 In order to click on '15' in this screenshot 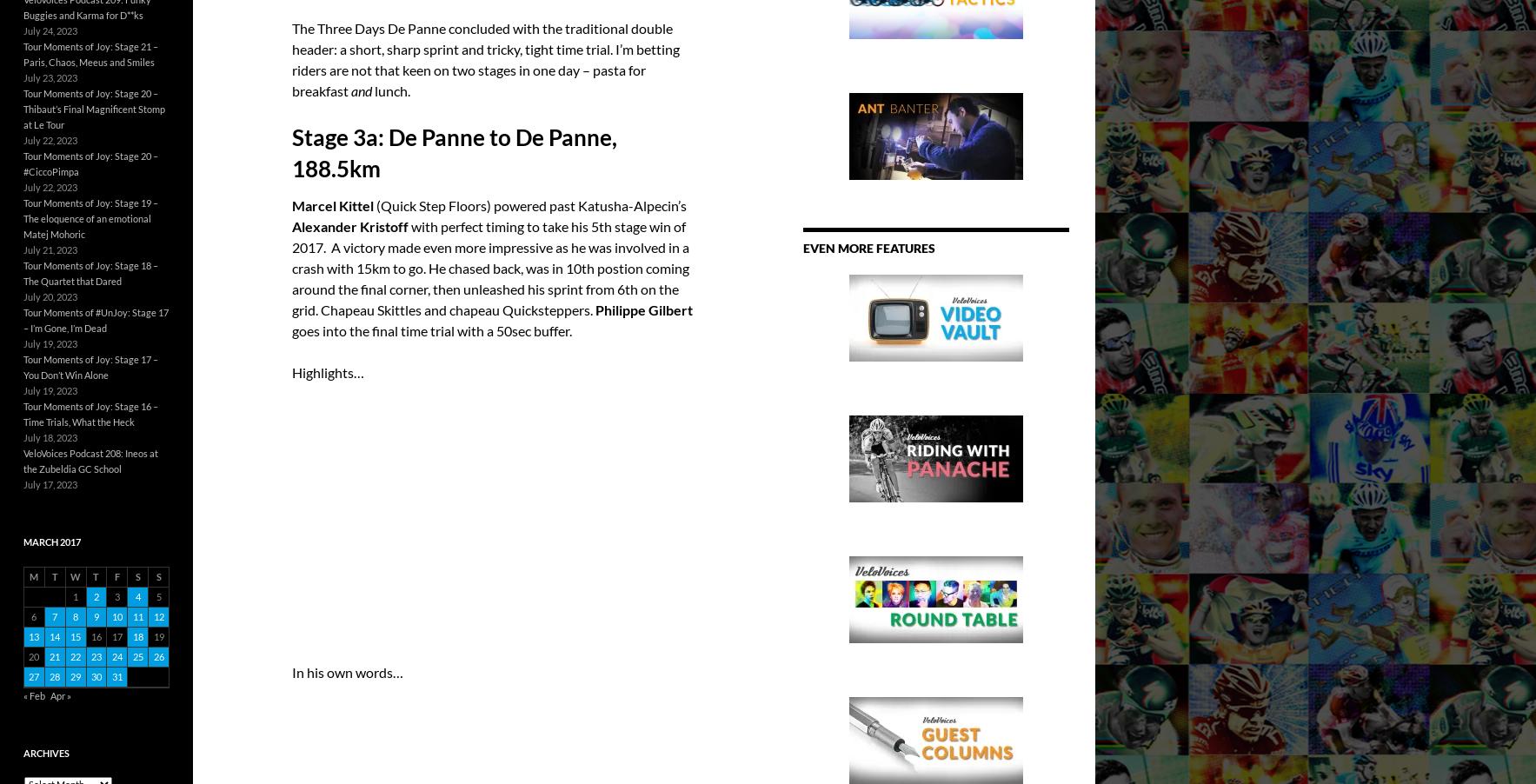, I will do `click(74, 635)`.